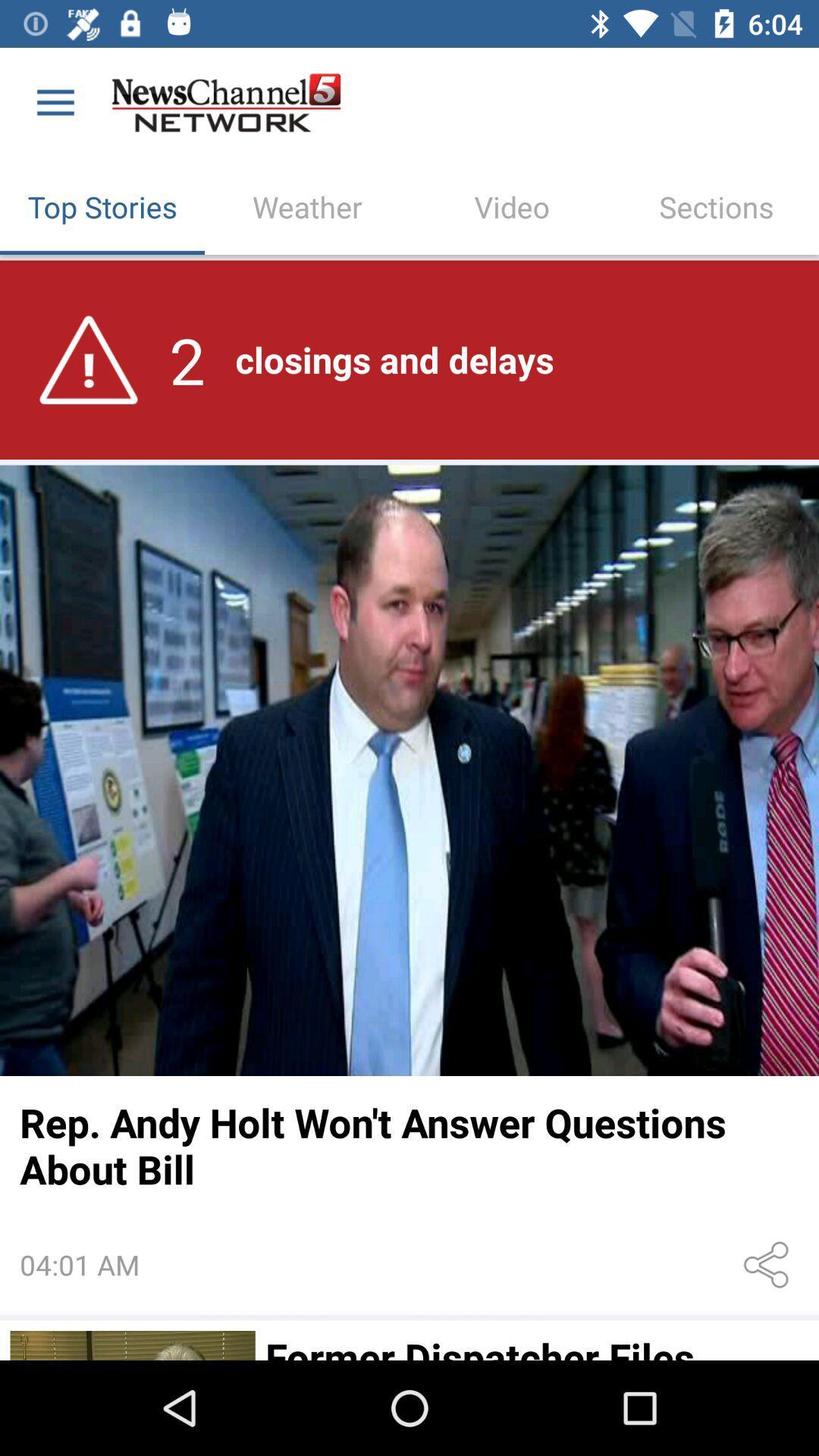 The height and width of the screenshot is (1456, 819). What do you see at coordinates (409, 770) in the screenshot?
I see `image button` at bounding box center [409, 770].